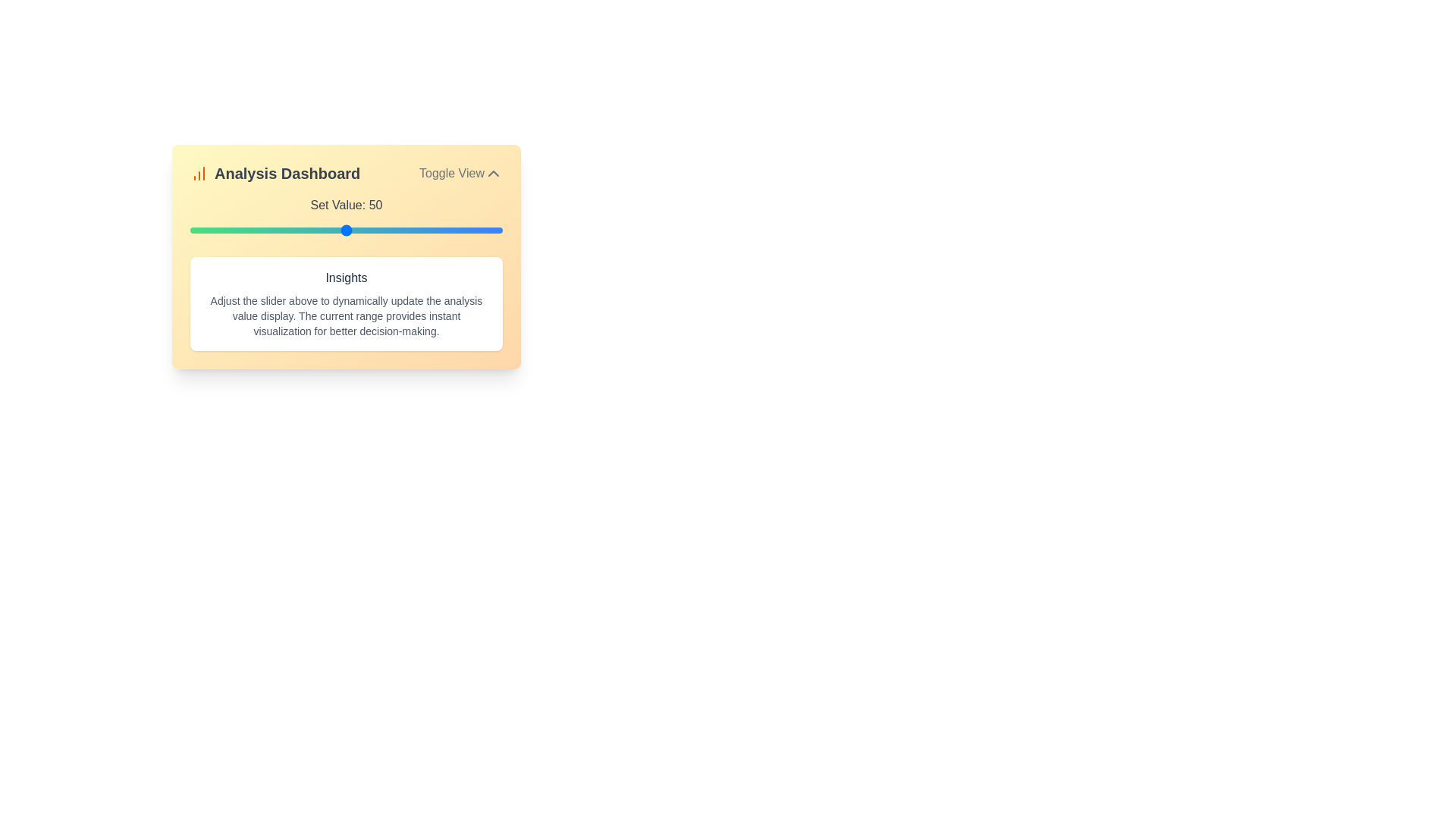 This screenshot has width=1456, height=819. I want to click on the slider to set the value to 85, so click(455, 231).